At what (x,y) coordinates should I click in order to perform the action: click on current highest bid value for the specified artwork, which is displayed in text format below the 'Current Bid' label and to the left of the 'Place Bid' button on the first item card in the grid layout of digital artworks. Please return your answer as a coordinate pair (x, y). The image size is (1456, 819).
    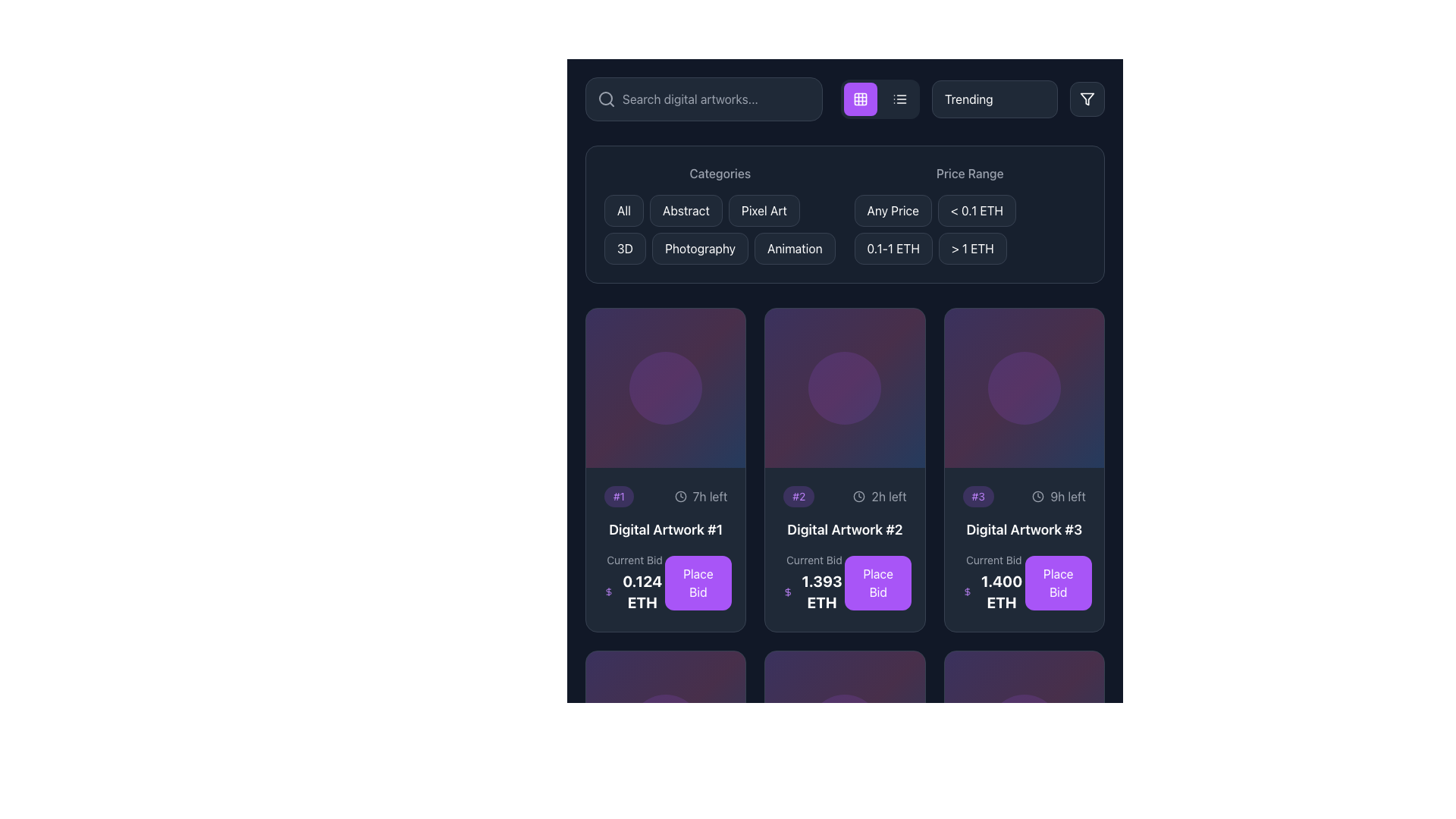
    Looking at the image, I should click on (635, 591).